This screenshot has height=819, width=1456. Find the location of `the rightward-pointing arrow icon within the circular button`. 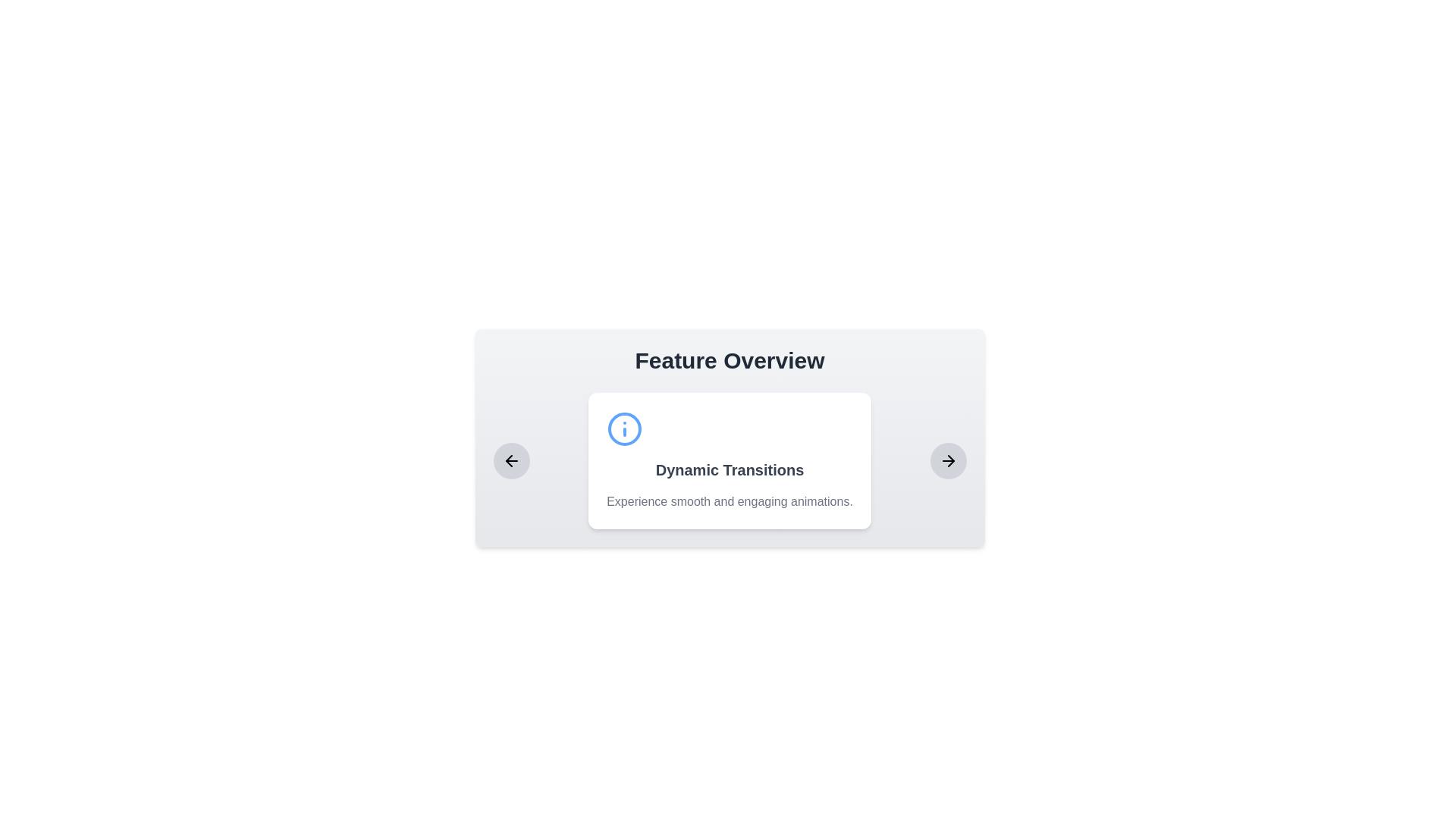

the rightward-pointing arrow icon within the circular button is located at coordinates (949, 460).